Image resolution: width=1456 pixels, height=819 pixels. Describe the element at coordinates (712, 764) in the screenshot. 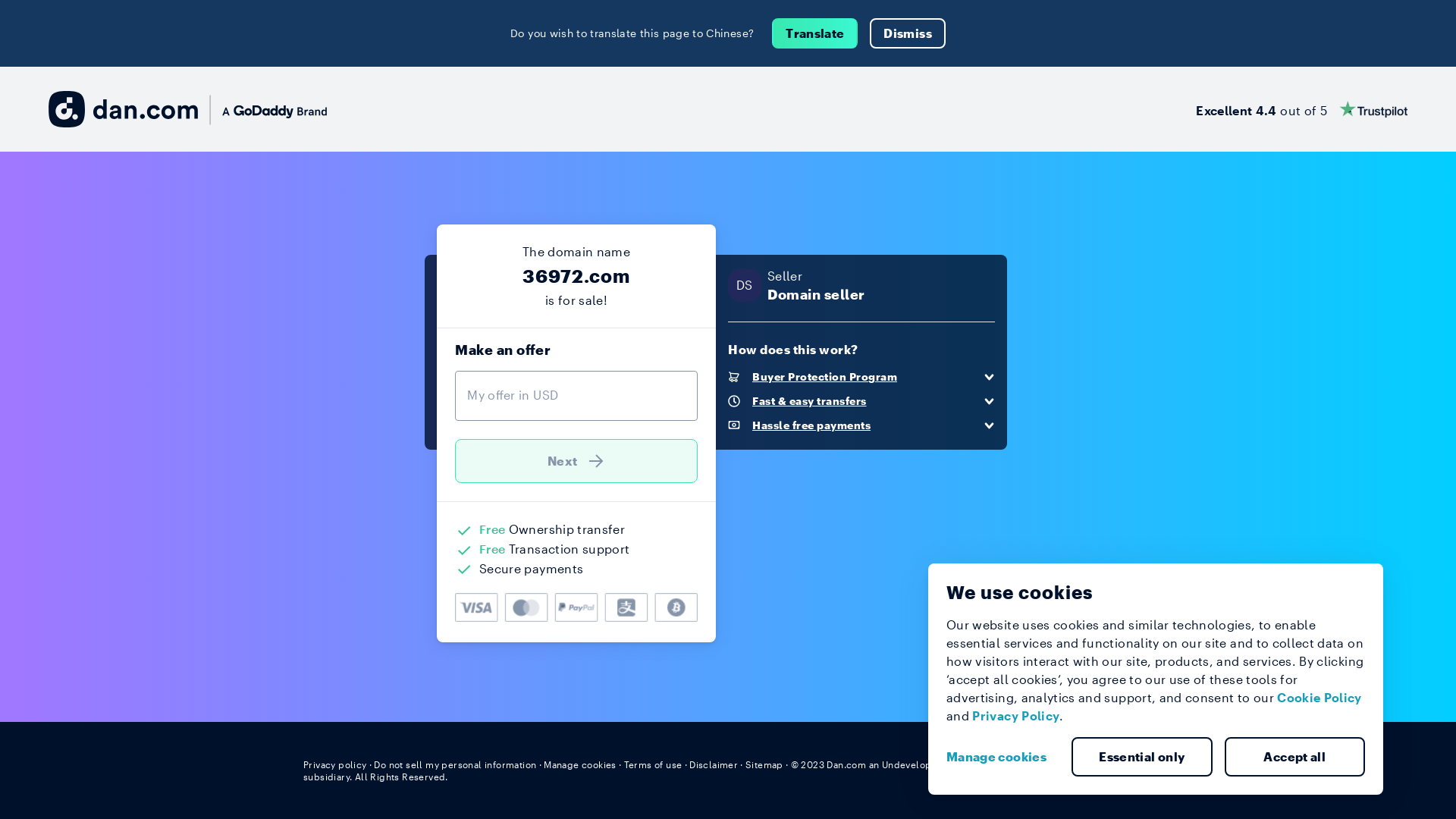

I see `'Disclaimer'` at that location.